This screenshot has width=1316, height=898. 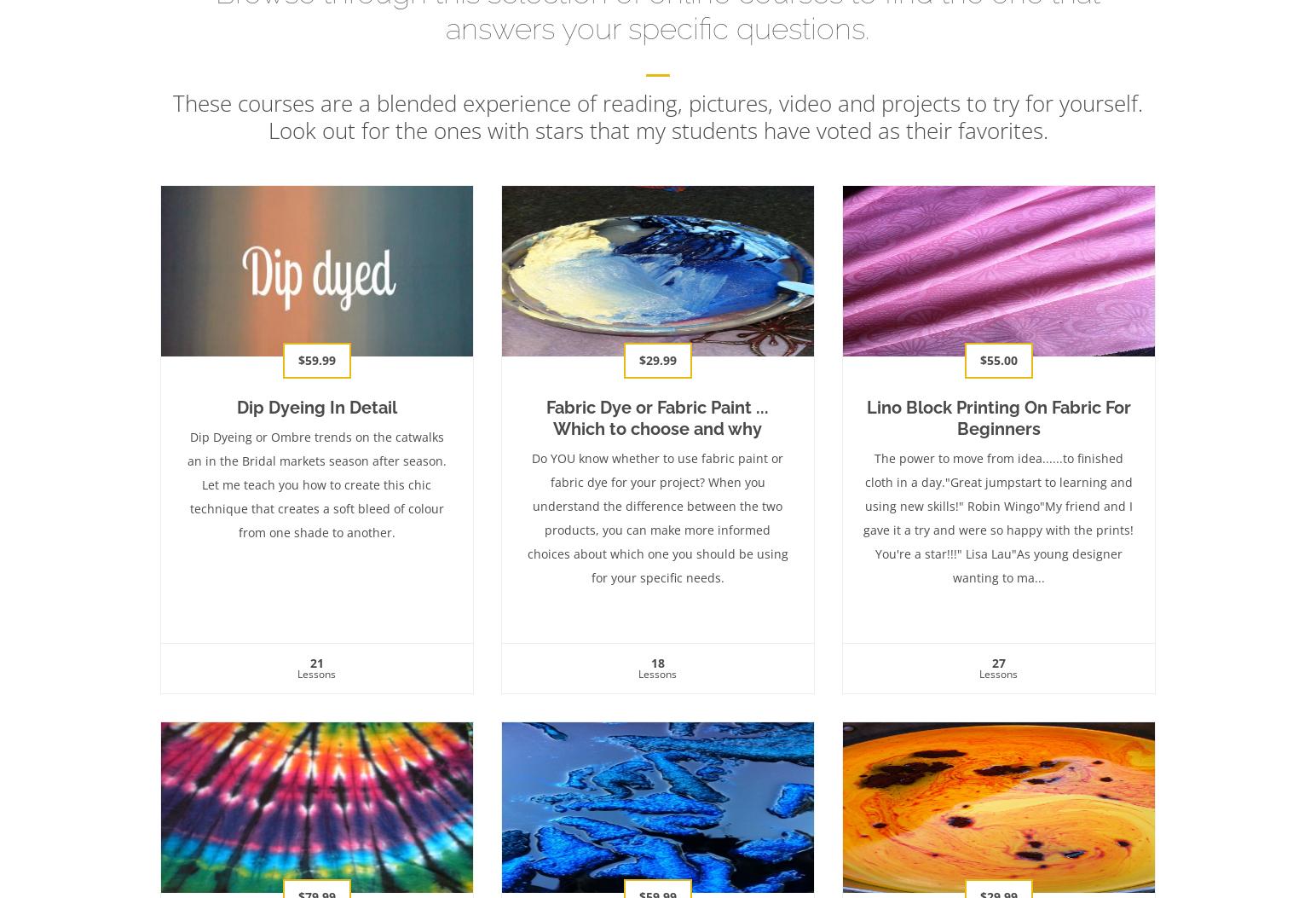 I want to click on 'The power to move from idea......to finished cloth in a day."Great jumpstart to learning and using new skills!" Robin Wingo"My friend and I gave it a try and were so happy with the prints! You're a star!!!" Lisa Lau"As young designer wanting to ma...', so click(x=997, y=517).